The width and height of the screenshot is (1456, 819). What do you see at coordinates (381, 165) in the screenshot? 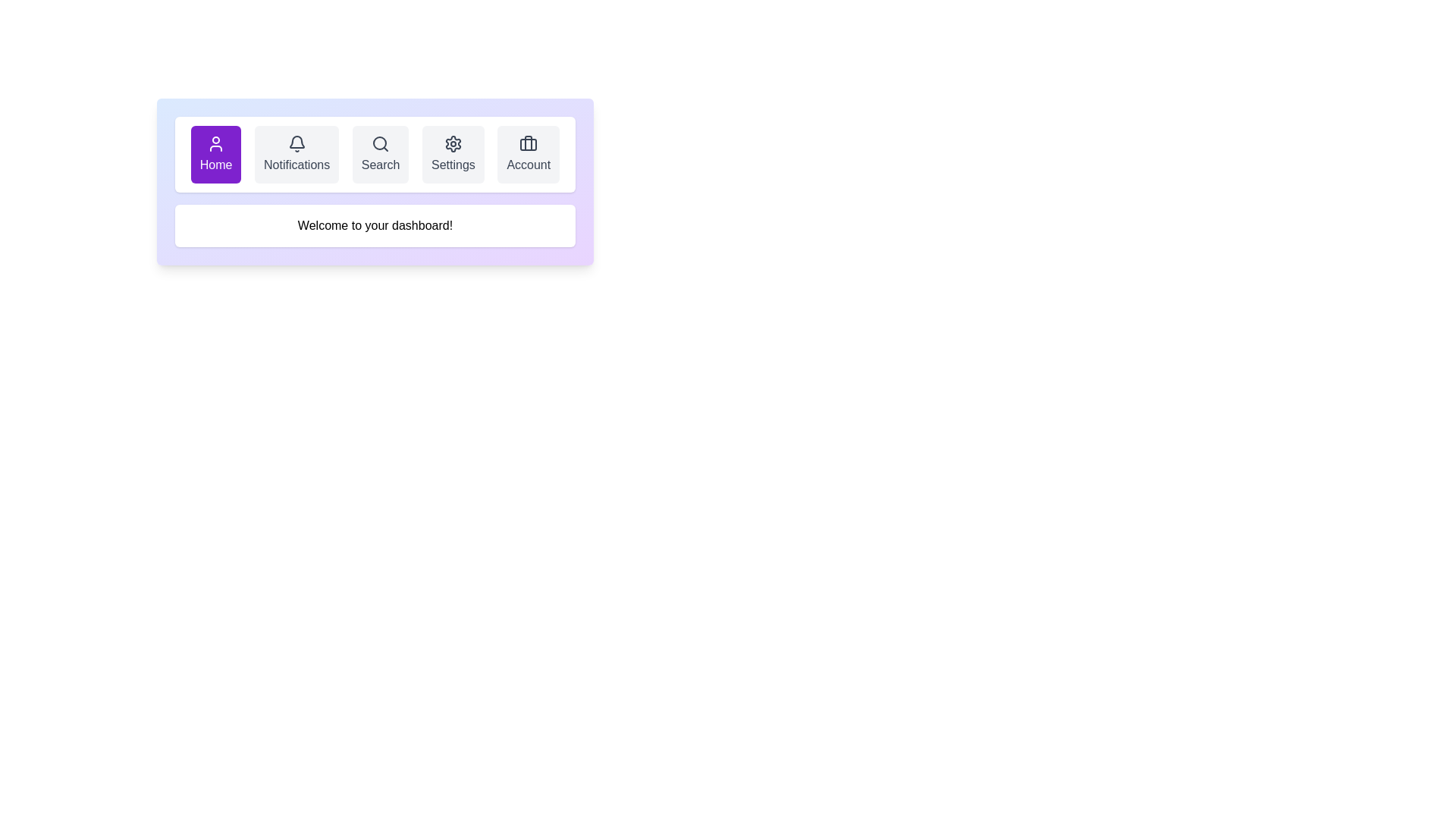
I see `the text label that describes the search button, located in the center of the button between 'Notifications' and 'Settings'` at bounding box center [381, 165].